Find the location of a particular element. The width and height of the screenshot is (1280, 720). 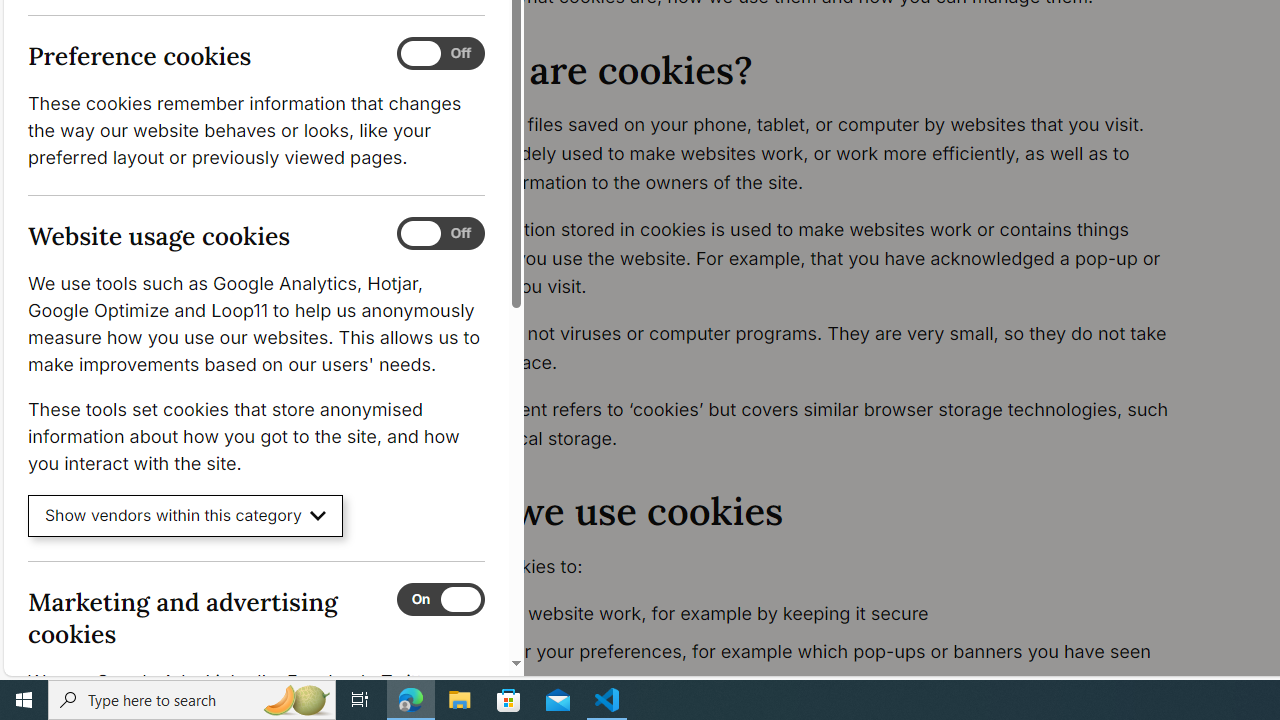

'Marketing and advertising cookies' is located at coordinates (439, 598).